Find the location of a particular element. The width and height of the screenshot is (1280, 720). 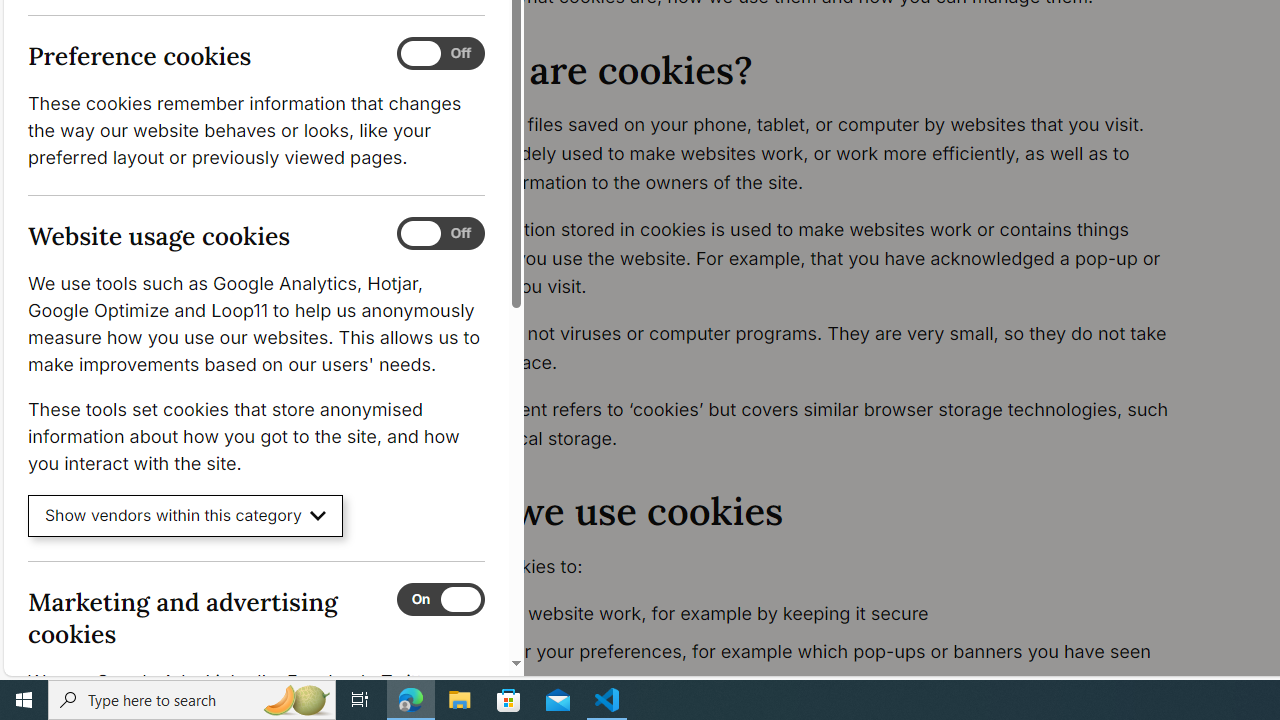

'Marketing and advertising cookies' is located at coordinates (439, 598).